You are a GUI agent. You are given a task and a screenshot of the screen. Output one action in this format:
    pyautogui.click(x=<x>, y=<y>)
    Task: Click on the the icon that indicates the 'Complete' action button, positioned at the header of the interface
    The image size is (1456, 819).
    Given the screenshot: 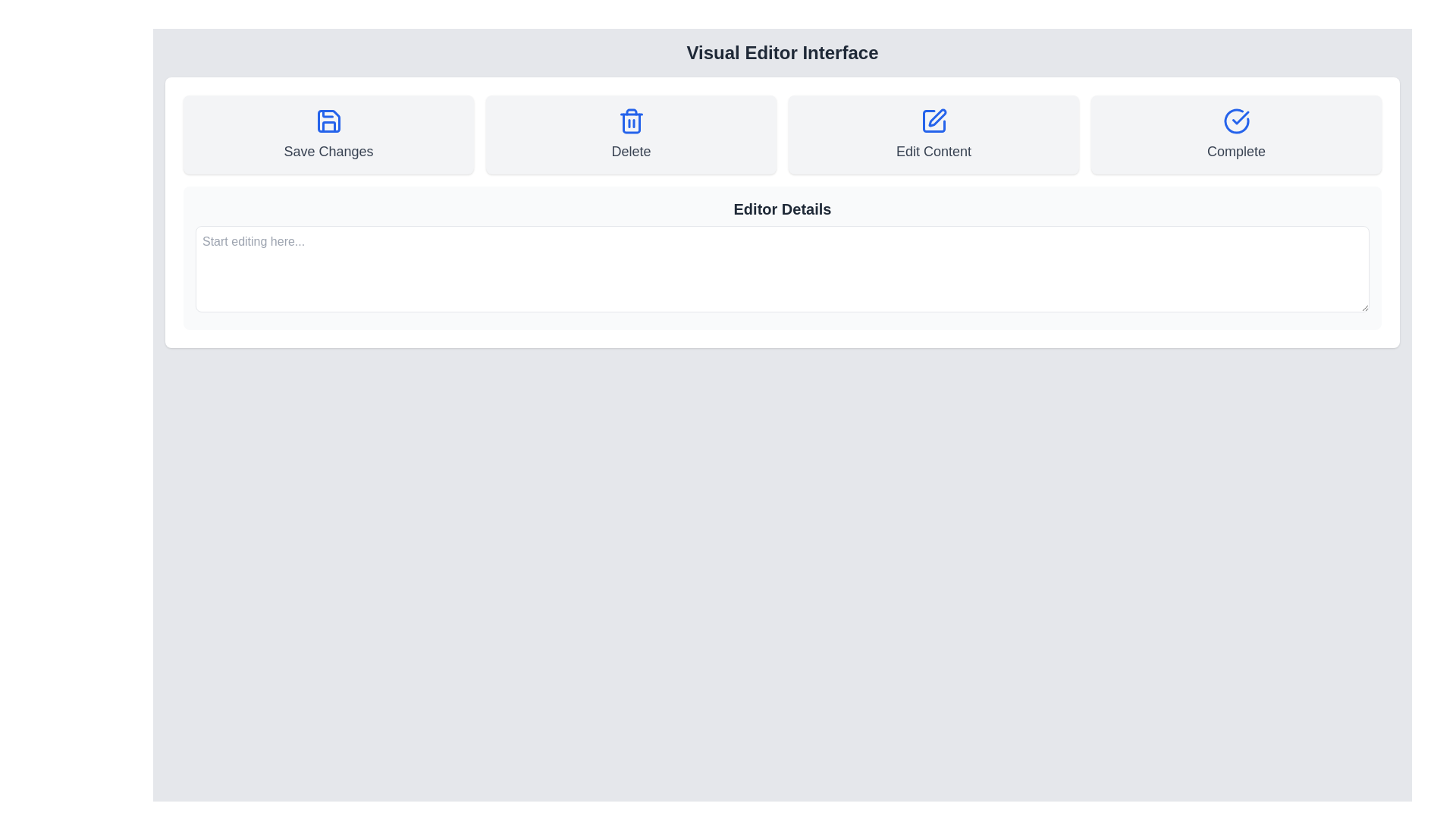 What is the action you would take?
    pyautogui.click(x=1240, y=117)
    